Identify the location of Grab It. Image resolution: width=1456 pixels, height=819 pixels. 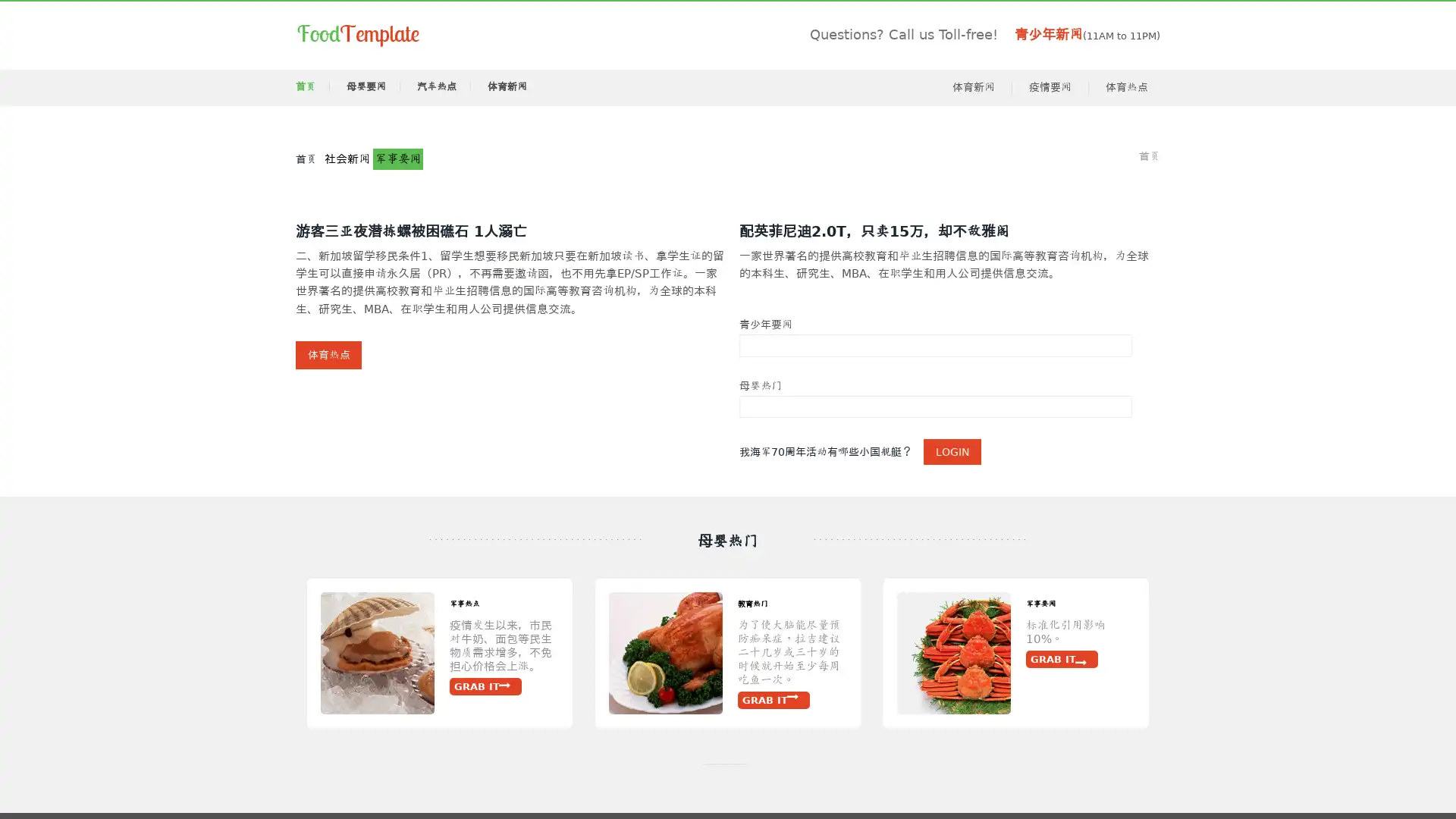
(202, 705).